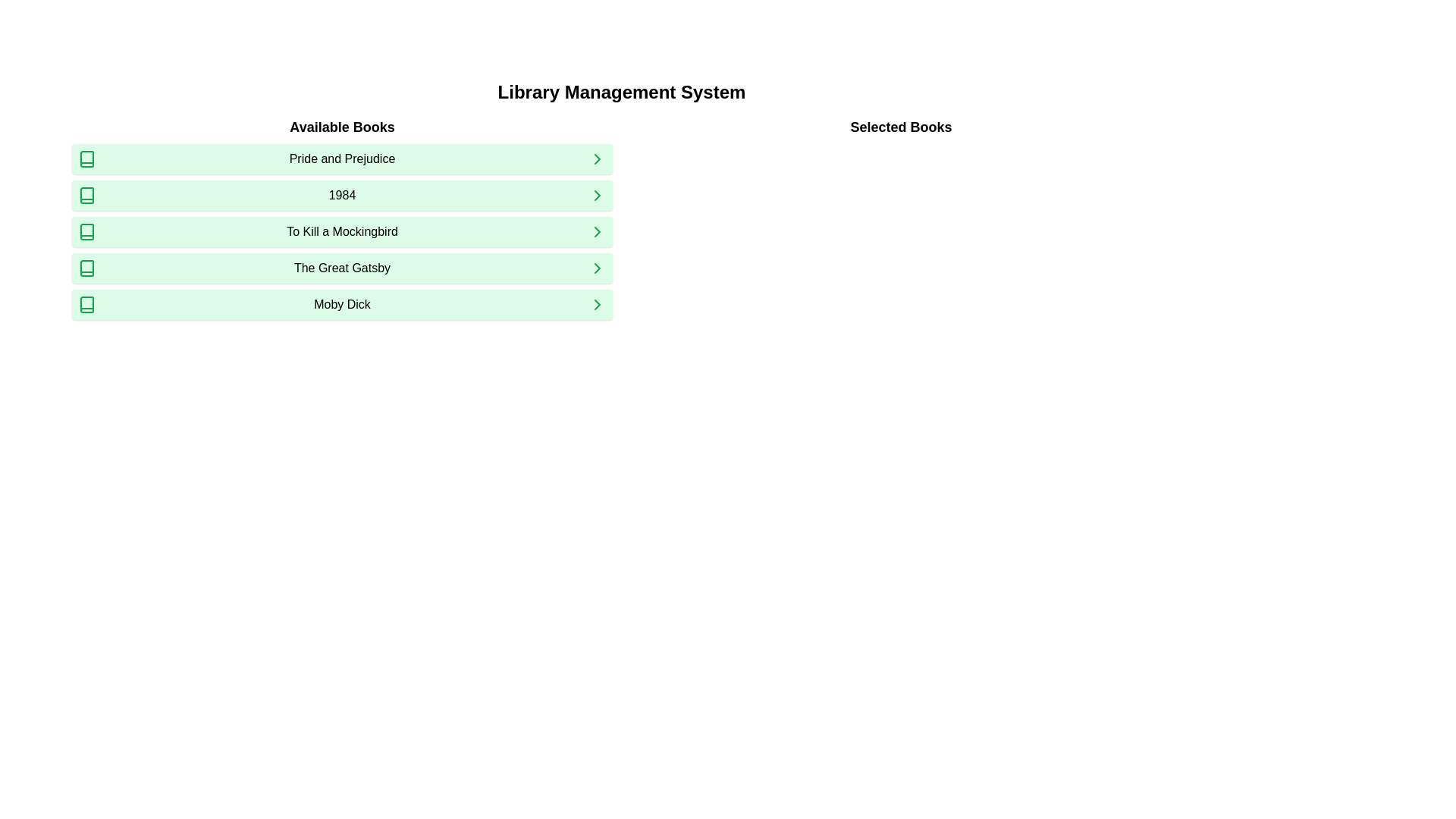 The height and width of the screenshot is (819, 1456). Describe the element at coordinates (596, 195) in the screenshot. I see `the icon that indicates the '1984' book entry to trigger the hover effect` at that location.